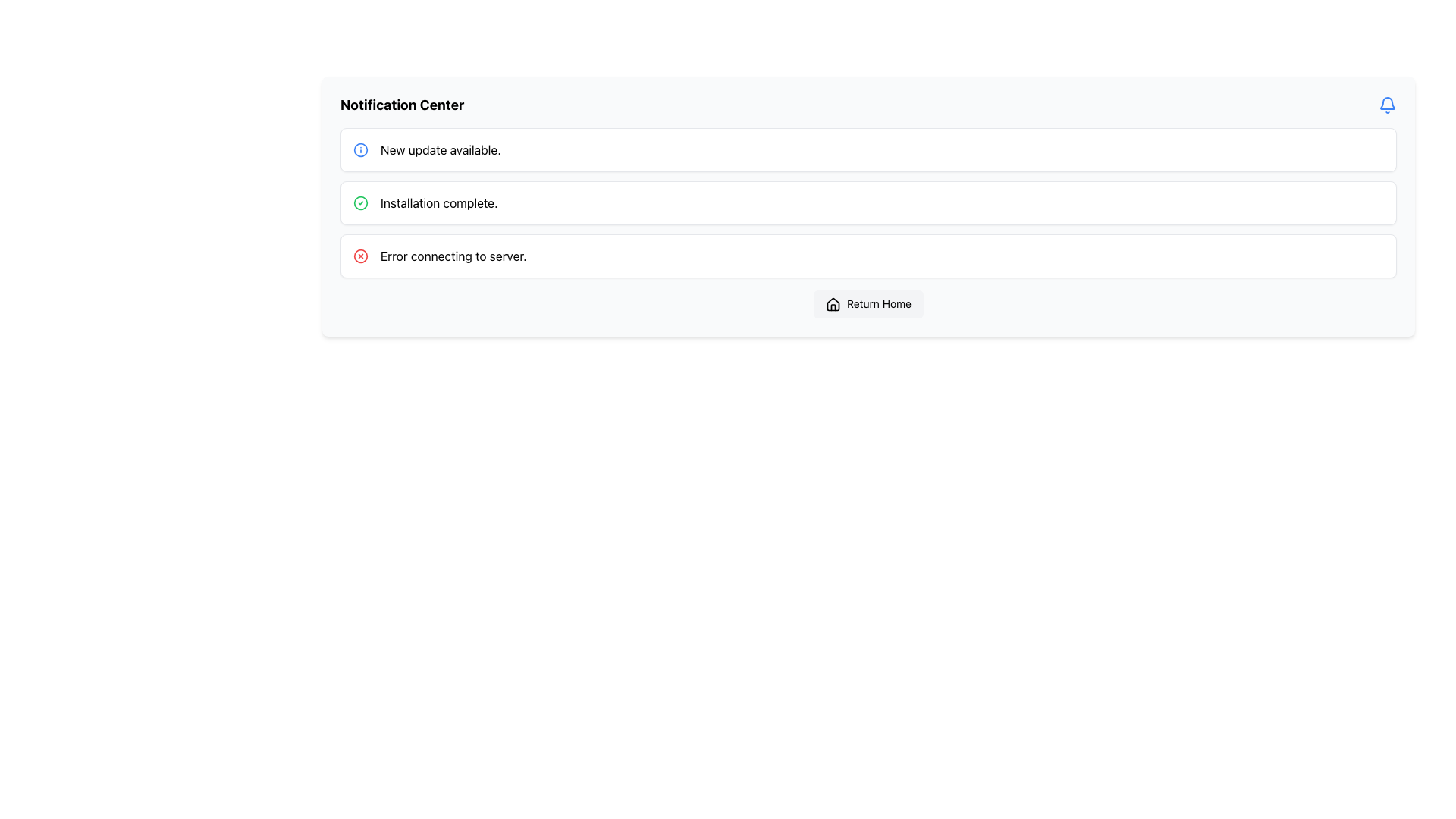 This screenshot has height=819, width=1456. What do you see at coordinates (359, 256) in the screenshot?
I see `the error icon (circle with cross) located in the third notification card, to the far left of the text 'Error connecting to server.'` at bounding box center [359, 256].